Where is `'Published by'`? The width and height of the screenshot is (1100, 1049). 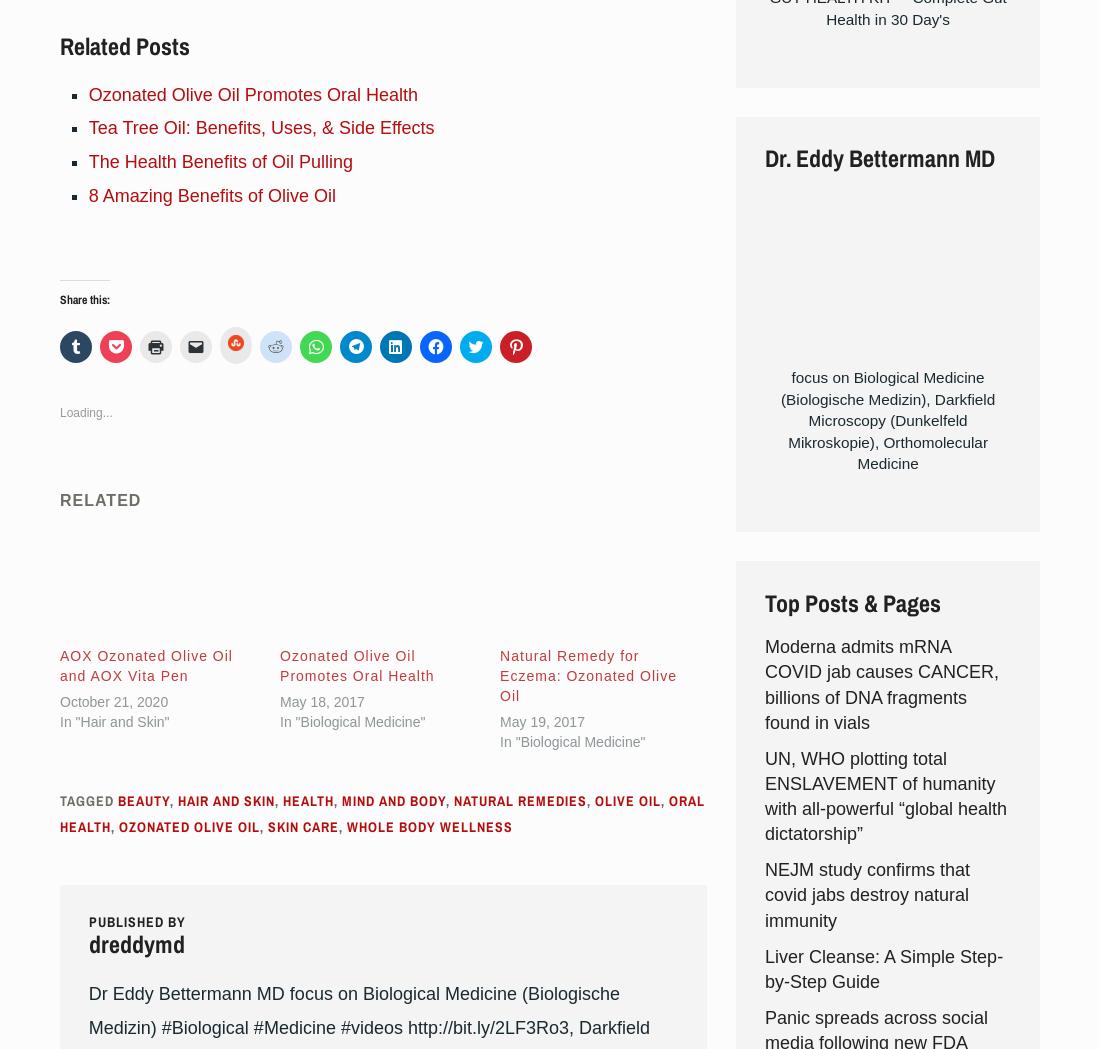
'Published by' is located at coordinates (136, 920).